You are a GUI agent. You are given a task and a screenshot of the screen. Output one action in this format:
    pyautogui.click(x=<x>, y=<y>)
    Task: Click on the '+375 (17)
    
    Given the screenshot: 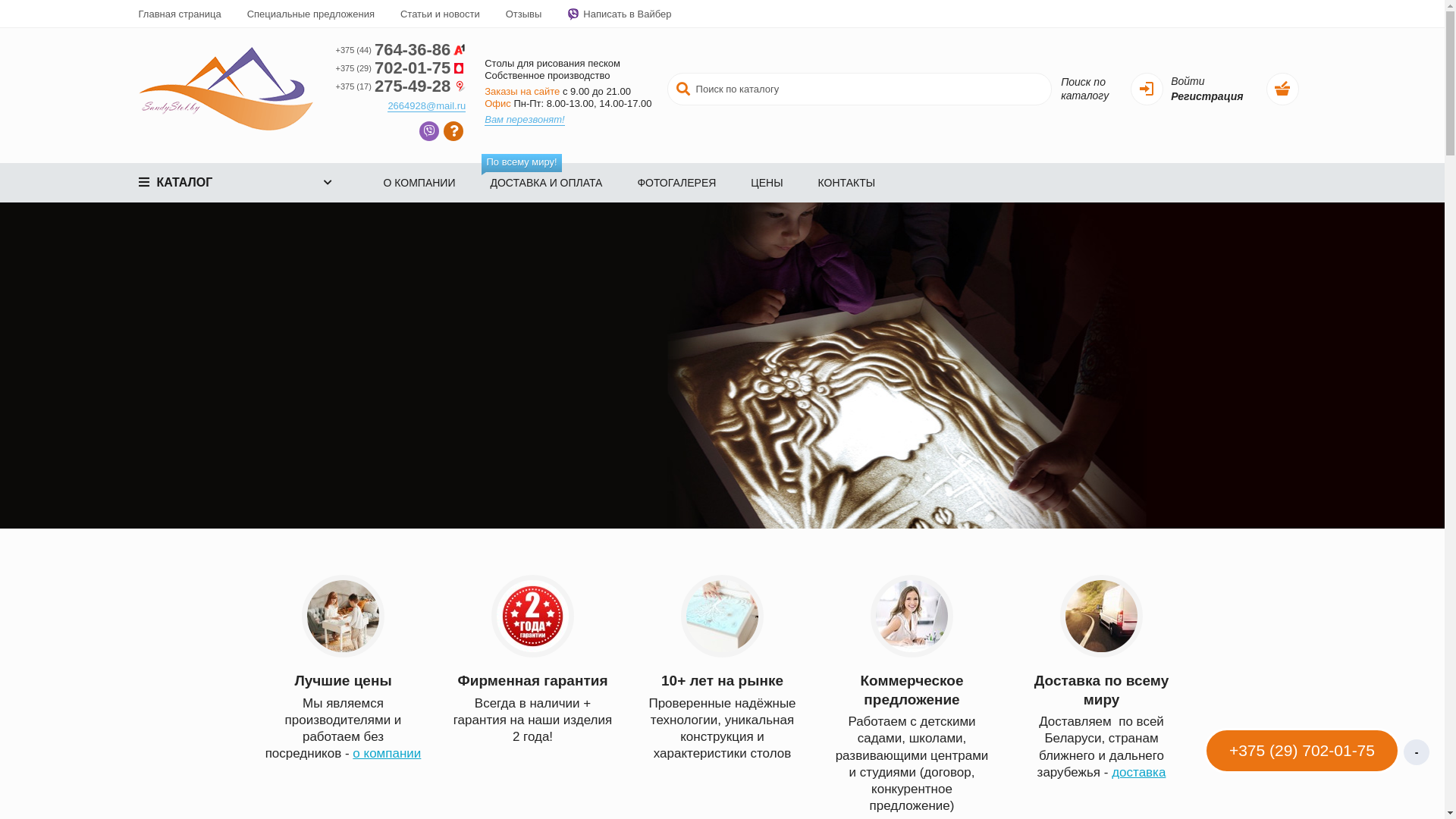 What is the action you would take?
    pyautogui.click(x=334, y=86)
    